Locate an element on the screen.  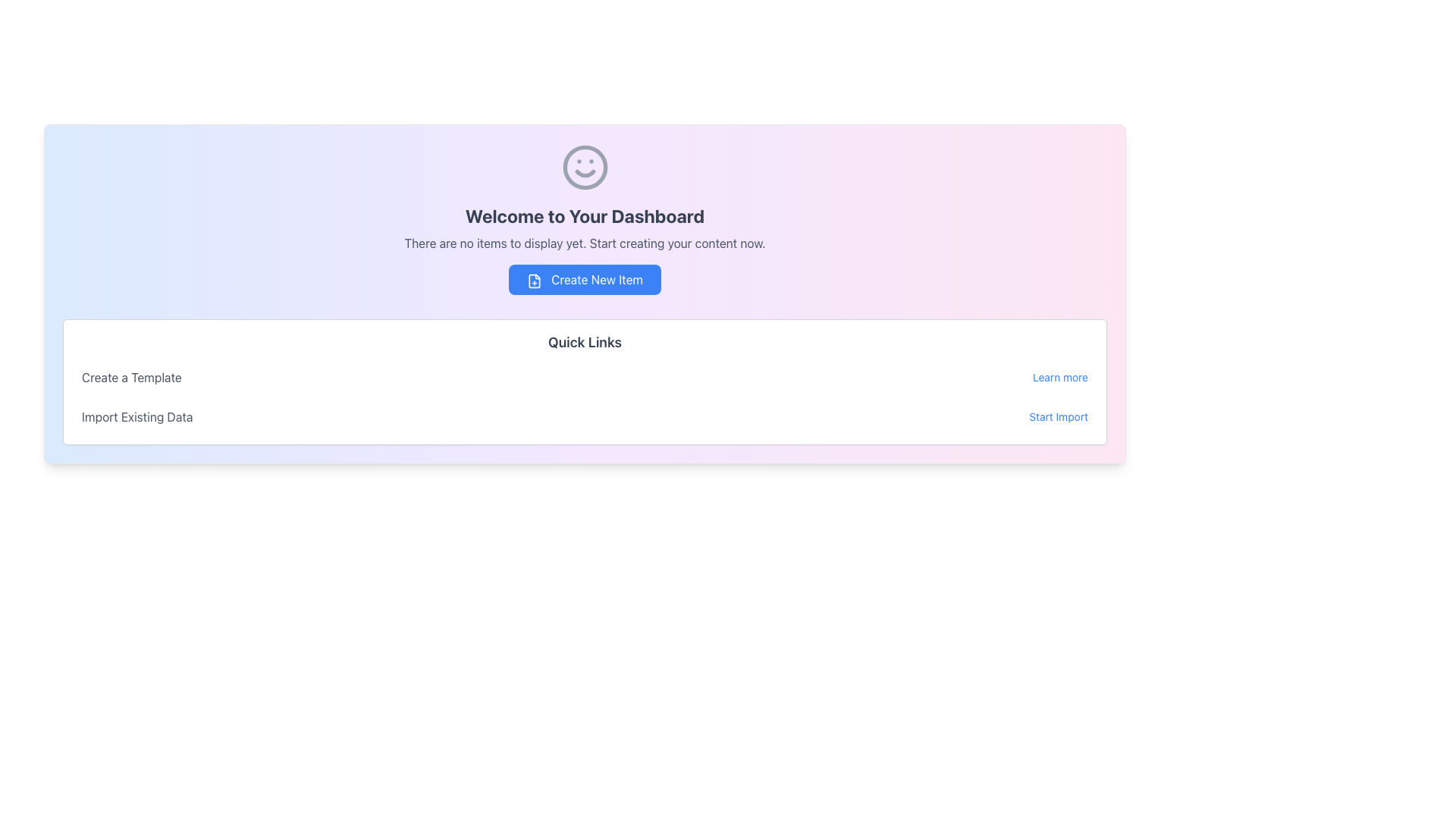
file icon with a plus symbol located at the center of the 'Create New Item' button for debugging purposes is located at coordinates (535, 281).